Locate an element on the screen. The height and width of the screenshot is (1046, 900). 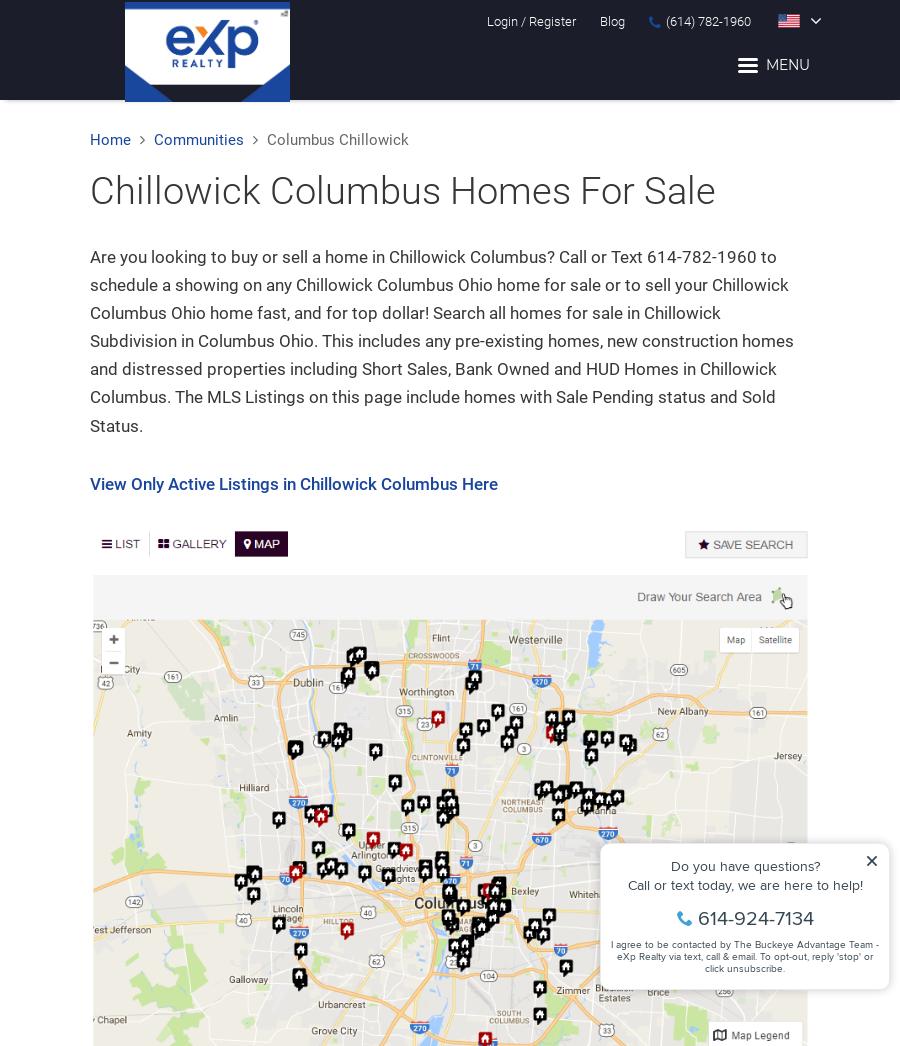
'MENU' is located at coordinates (788, 64).